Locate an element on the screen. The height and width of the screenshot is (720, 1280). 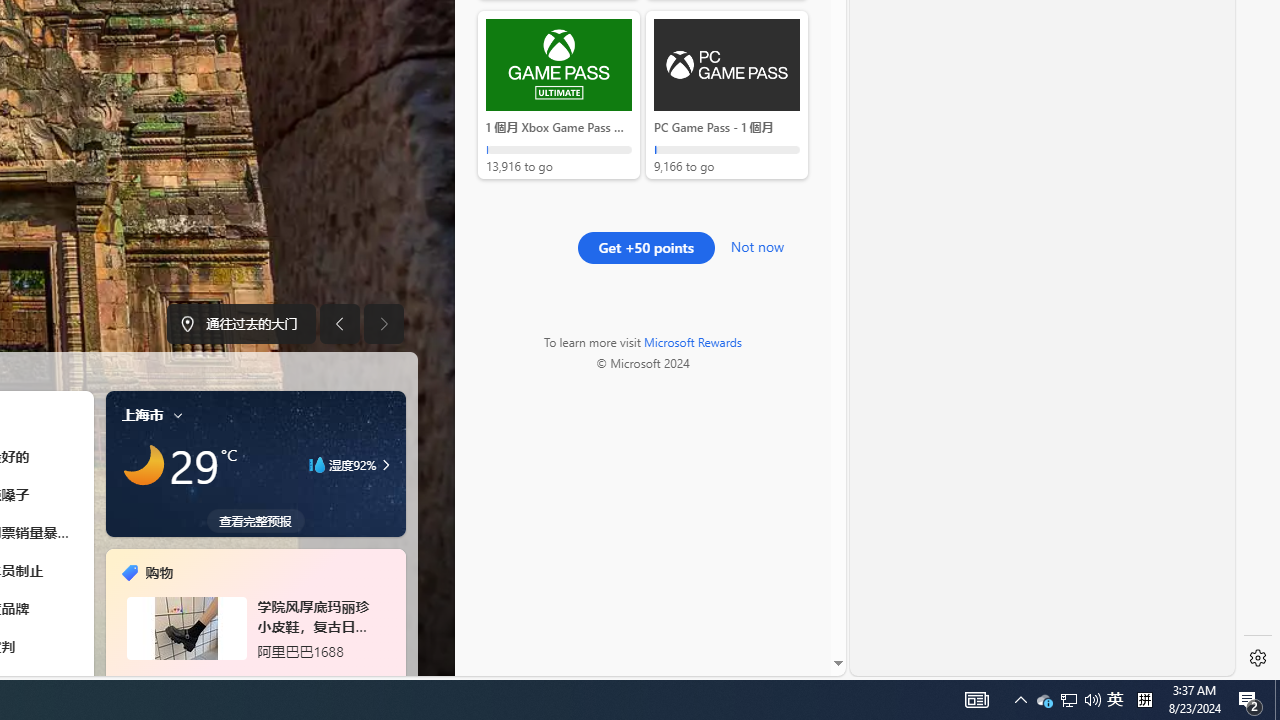
'Next image' is located at coordinates (384, 323).